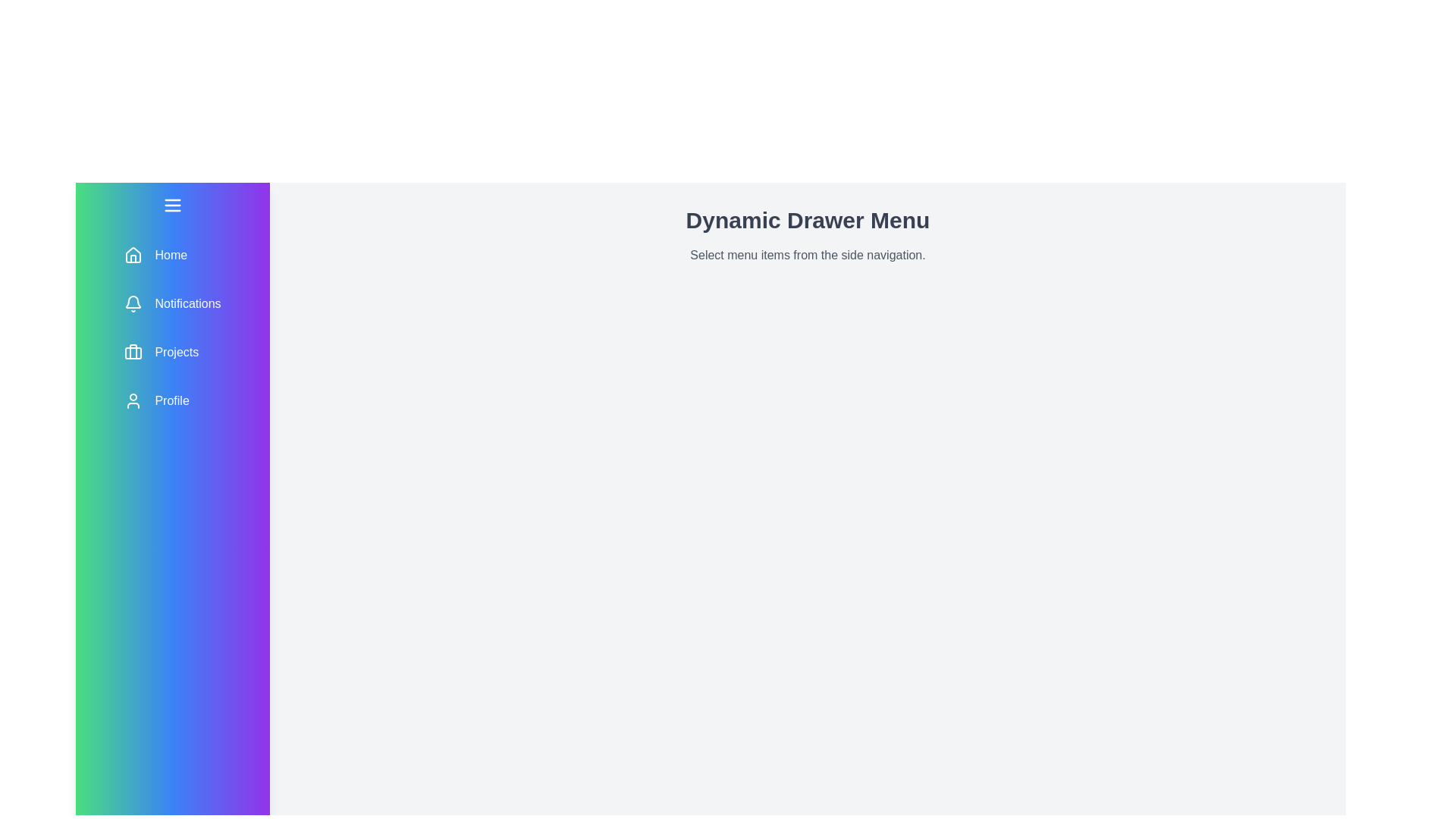 The height and width of the screenshot is (819, 1456). What do you see at coordinates (172, 353) in the screenshot?
I see `the menu item Projects from the drawer menu` at bounding box center [172, 353].